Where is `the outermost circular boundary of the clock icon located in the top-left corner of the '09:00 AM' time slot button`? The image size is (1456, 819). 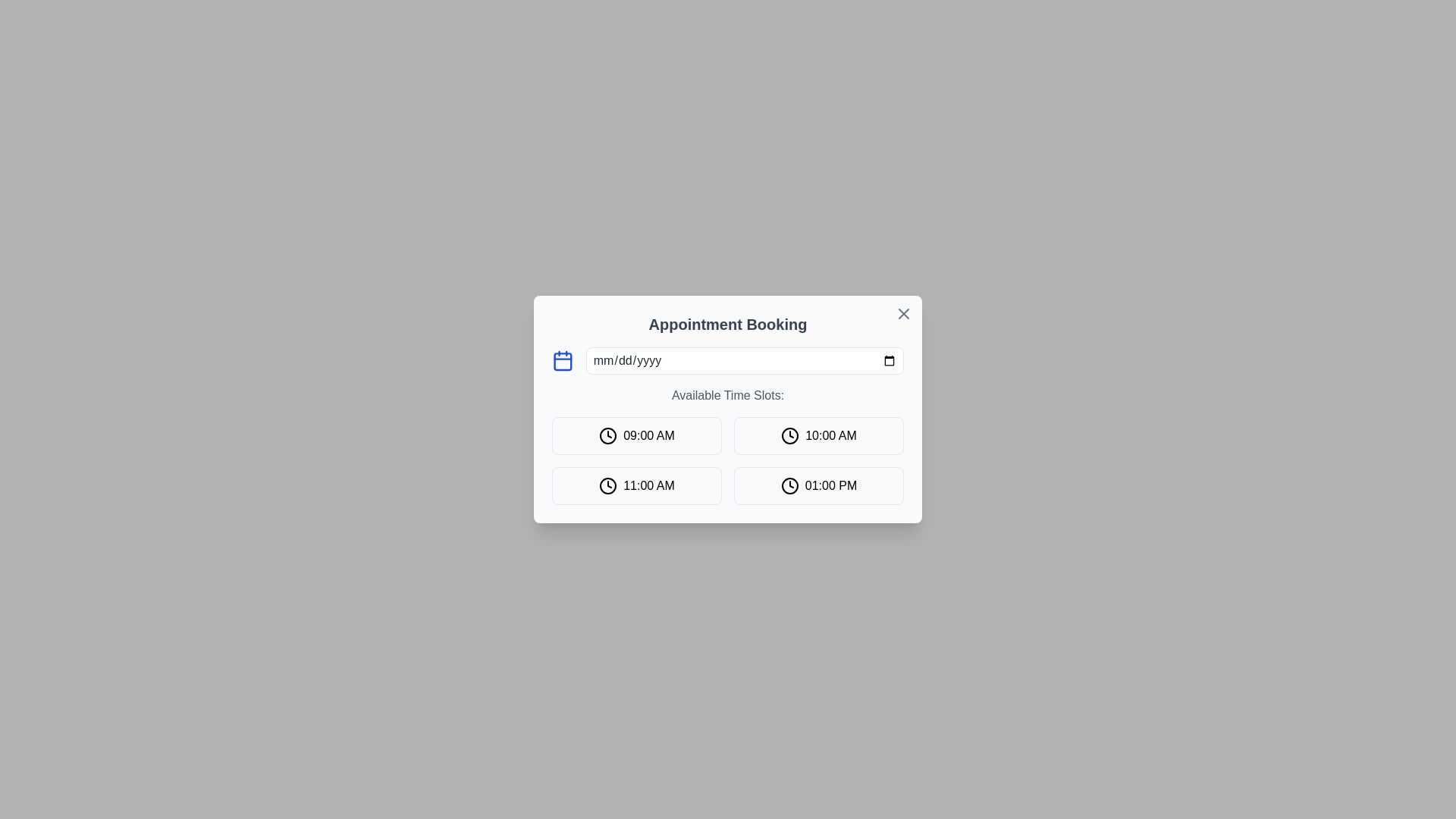
the outermost circular boundary of the clock icon located in the top-left corner of the '09:00 AM' time slot button is located at coordinates (608, 435).